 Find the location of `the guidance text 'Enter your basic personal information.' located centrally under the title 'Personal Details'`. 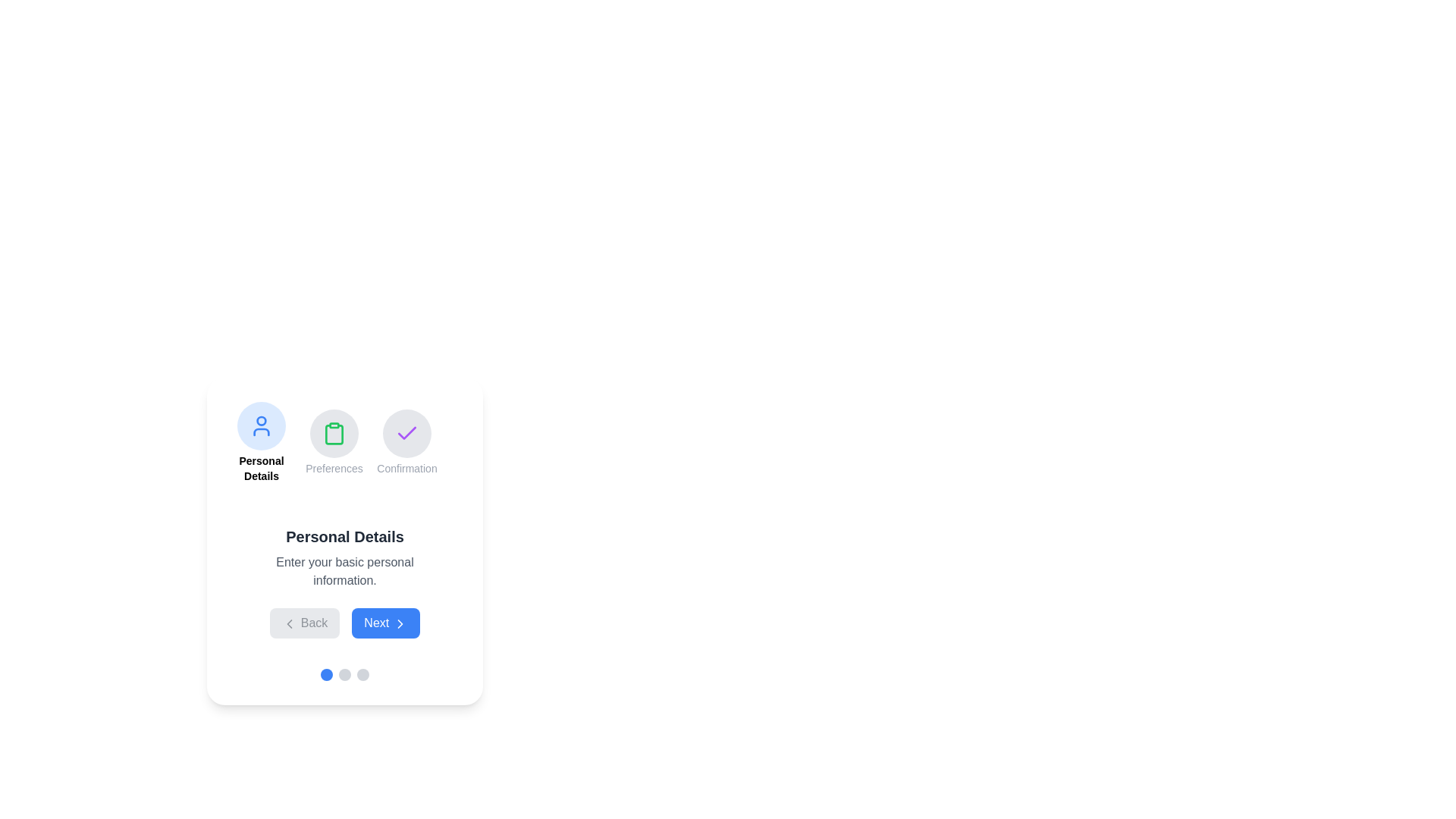

the guidance text 'Enter your basic personal information.' located centrally under the title 'Personal Details' is located at coordinates (344, 571).